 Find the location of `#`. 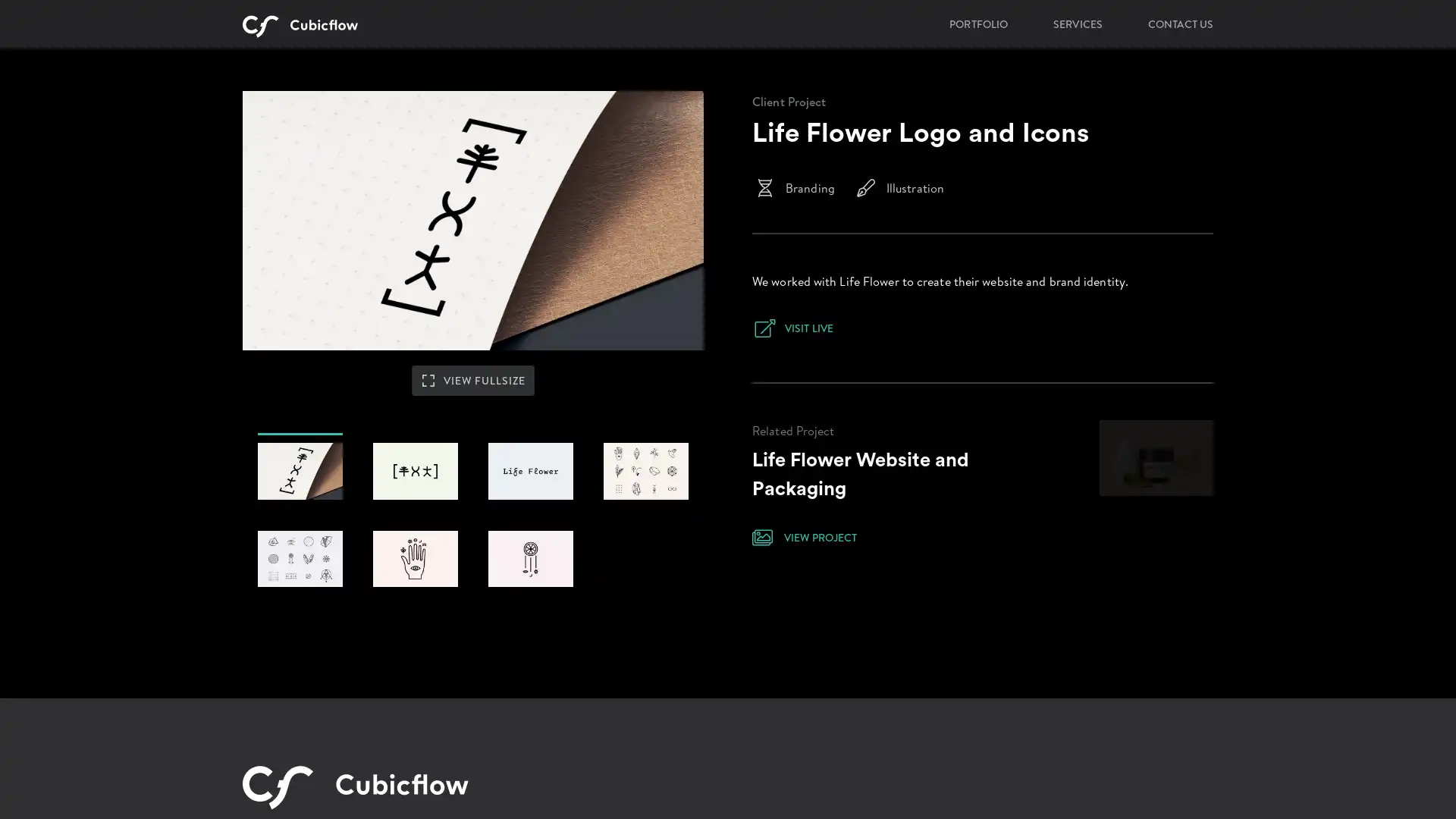

# is located at coordinates (300, 522).